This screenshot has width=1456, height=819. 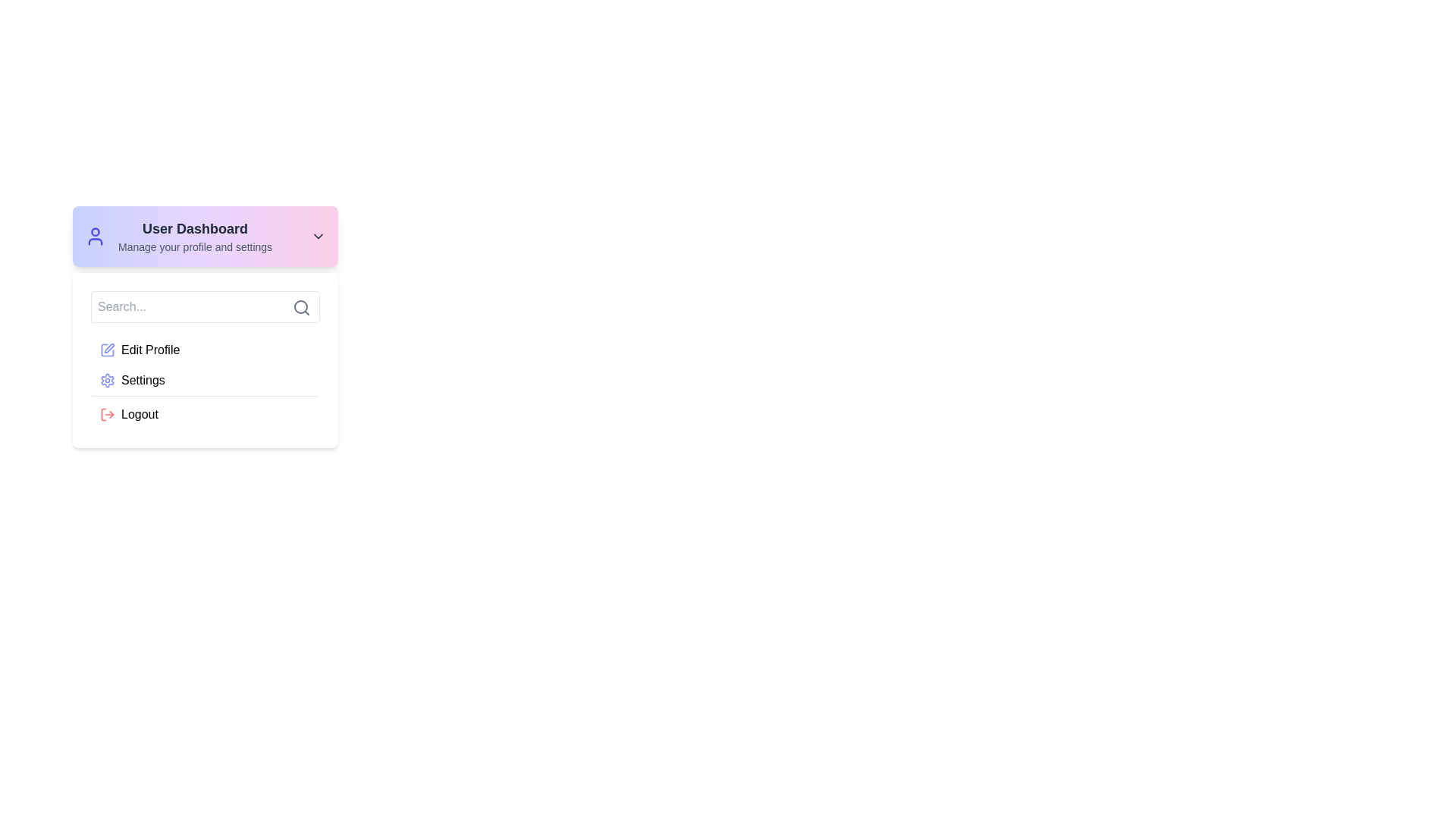 I want to click on the static text content that provides the label for the user dashboard section, which is located slightly left of center in the upper portion of the interface with a purple to pink gradient background, so click(x=194, y=237).